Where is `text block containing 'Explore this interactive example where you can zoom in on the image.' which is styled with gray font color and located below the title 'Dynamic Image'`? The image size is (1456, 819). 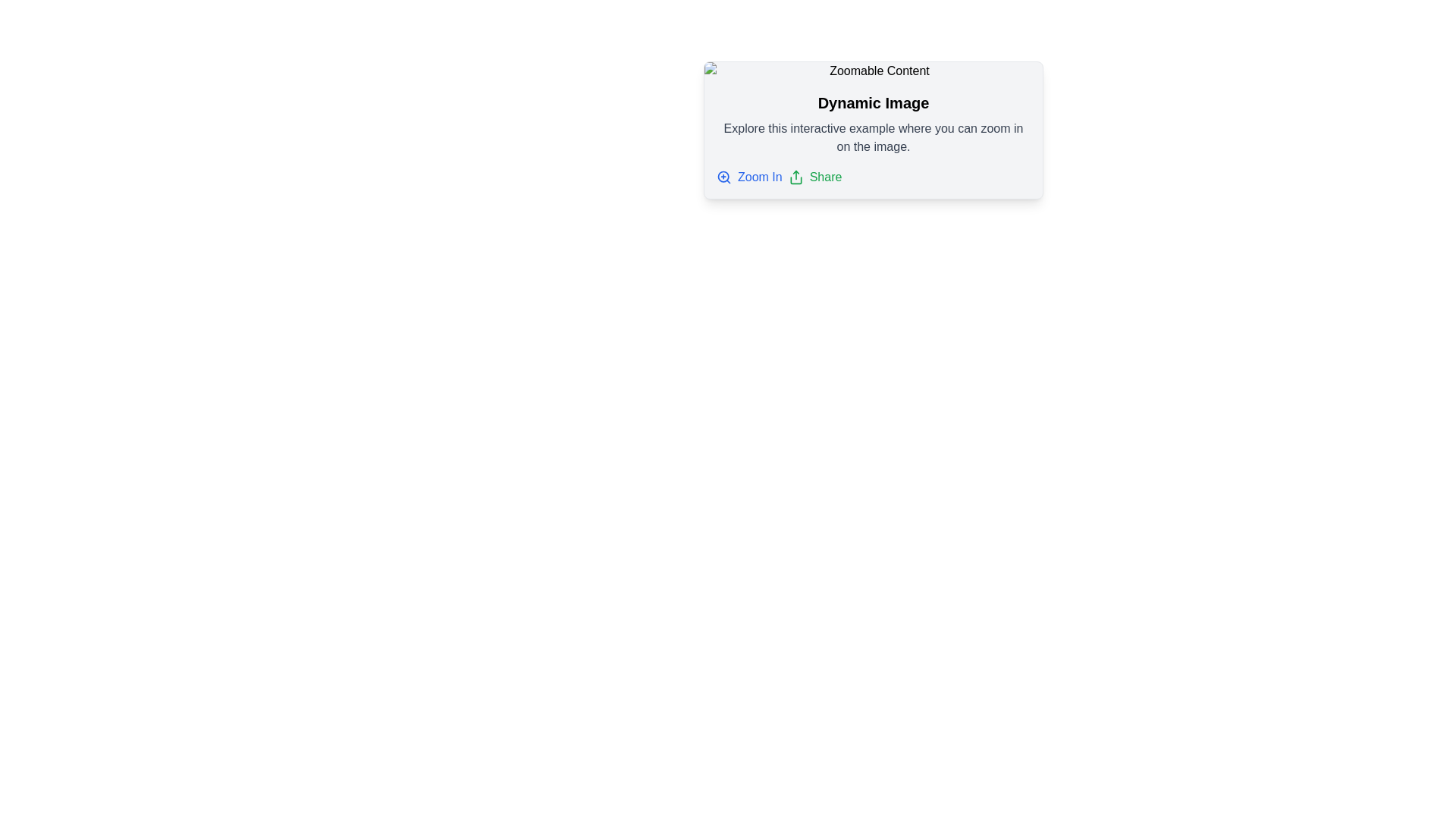
text block containing 'Explore this interactive example where you can zoom in on the image.' which is styled with gray font color and located below the title 'Dynamic Image' is located at coordinates (874, 137).